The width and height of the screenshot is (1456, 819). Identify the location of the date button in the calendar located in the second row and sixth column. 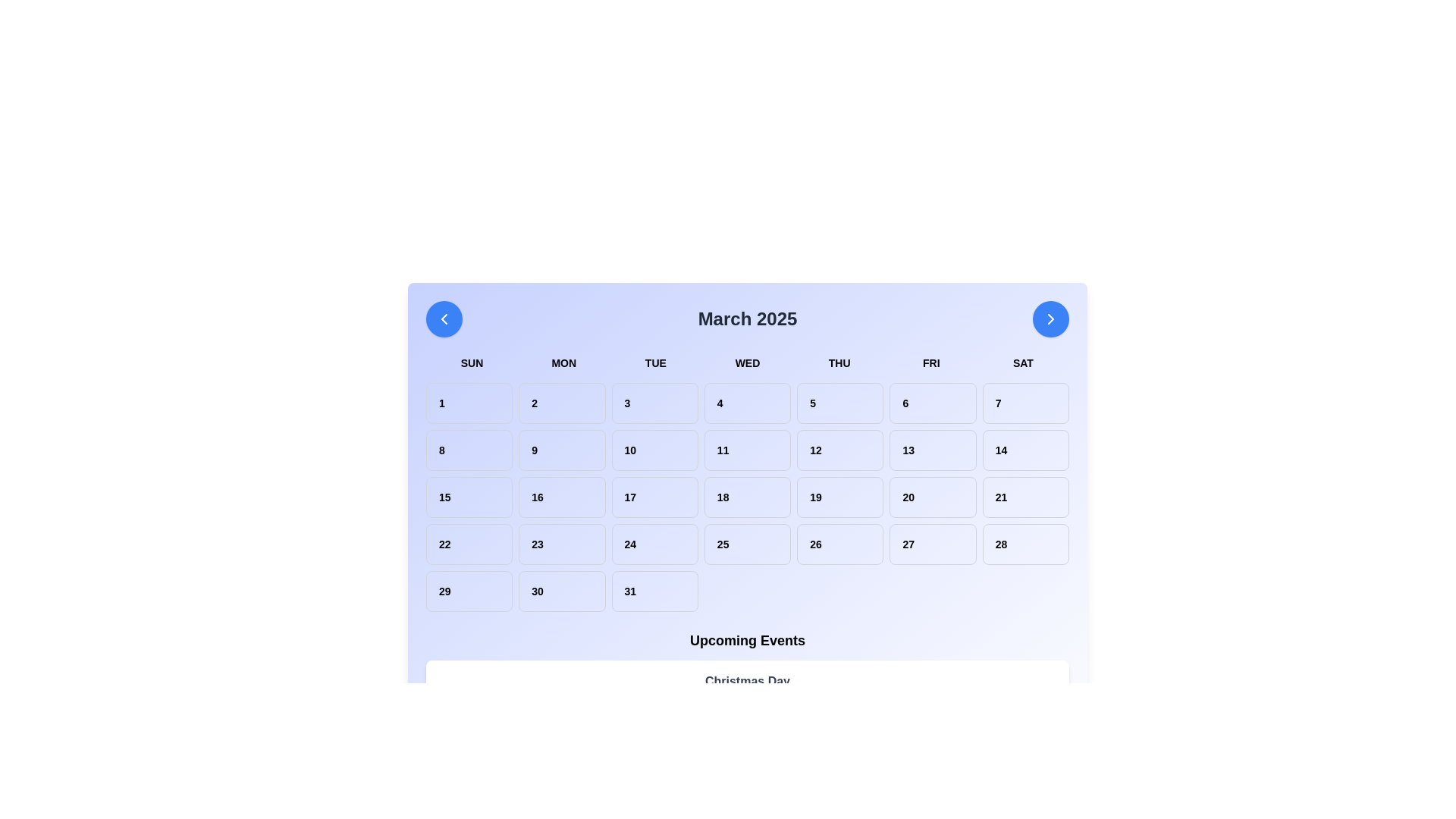
(1025, 450).